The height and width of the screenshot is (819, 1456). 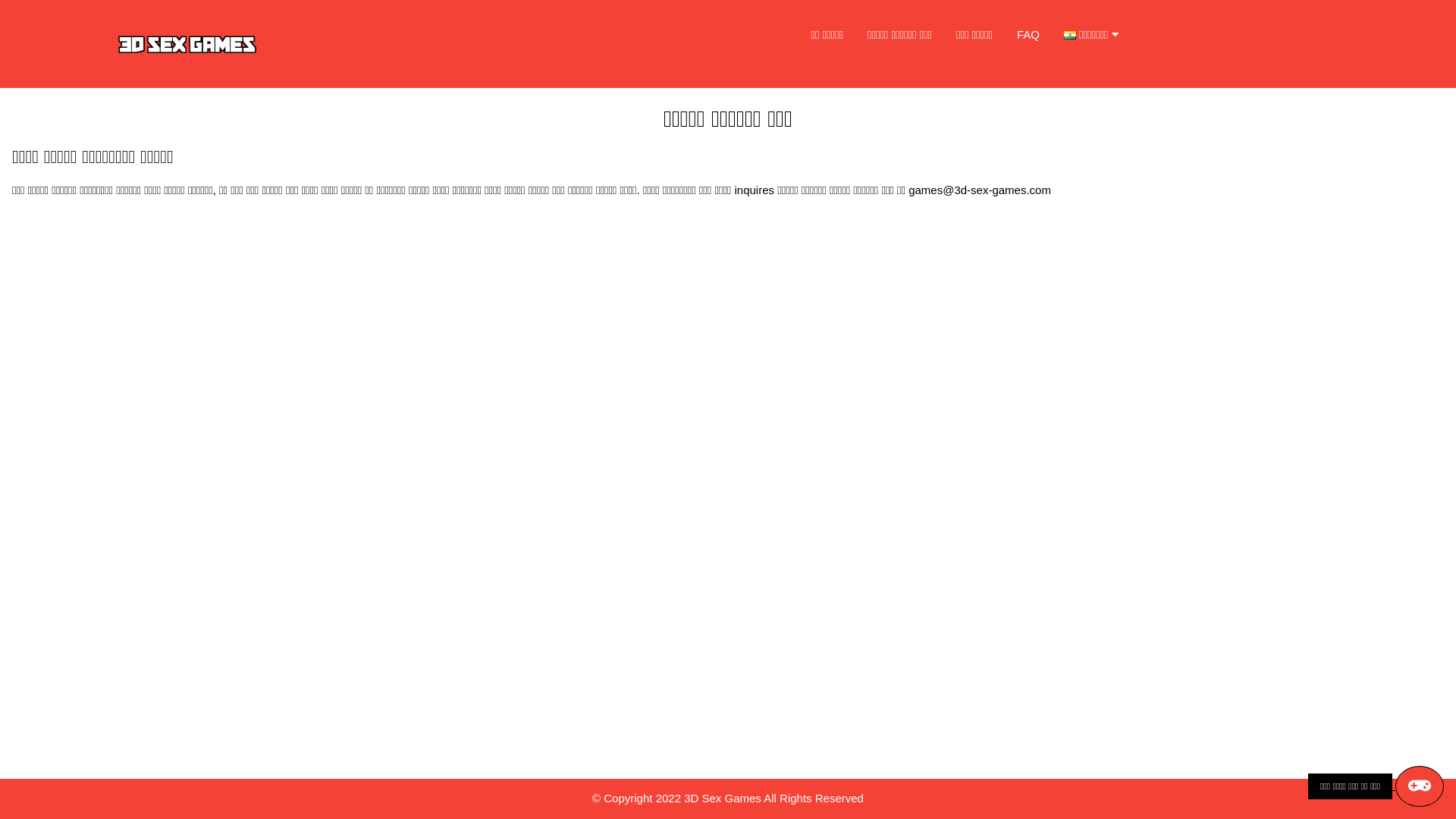 I want to click on 'FAQ', so click(x=1028, y=34).